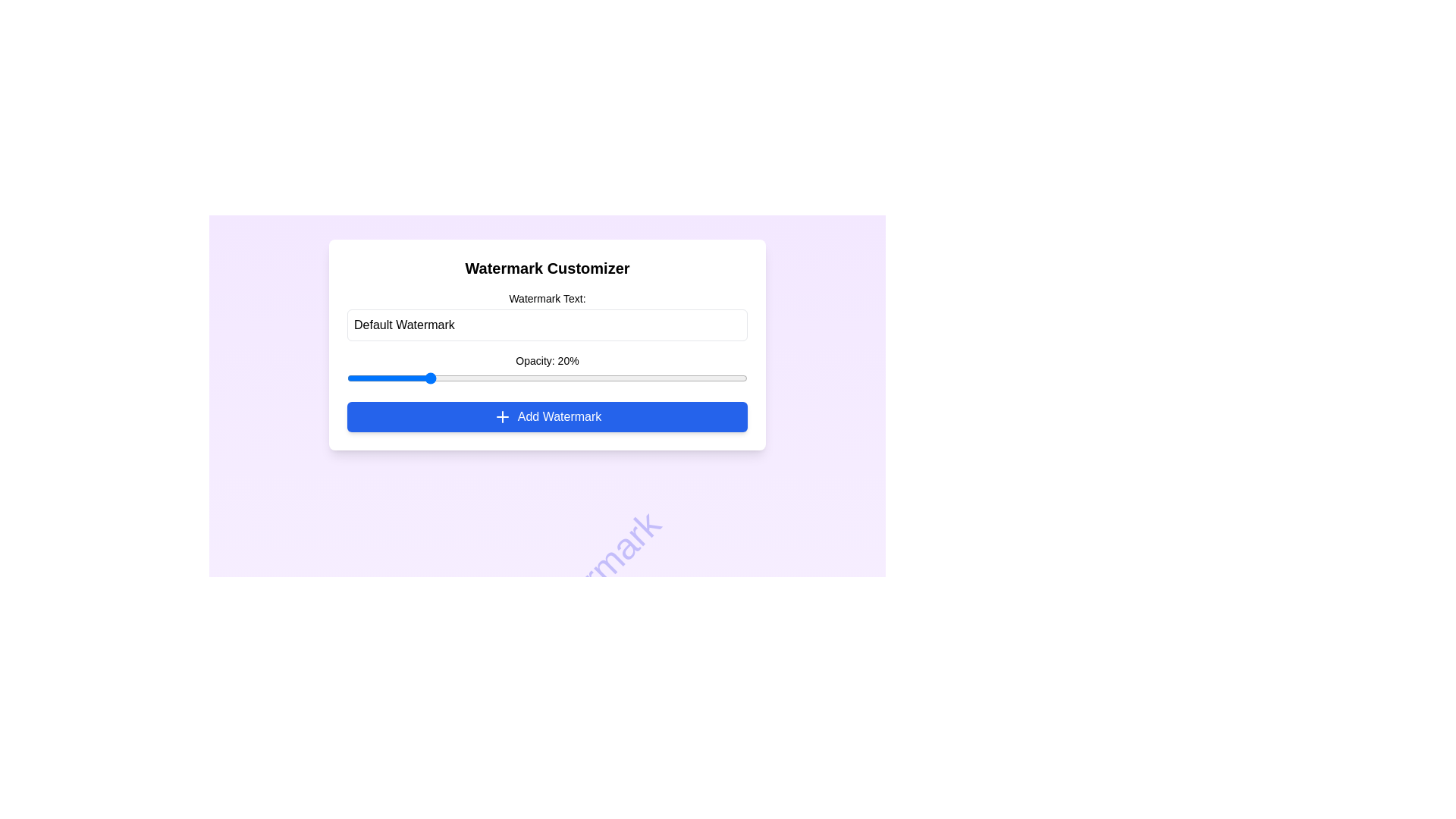  I want to click on the plus icon, which is part of the 'Add Watermark' button, located towards the left side of the button and displayed in white on a blue background, so click(502, 417).